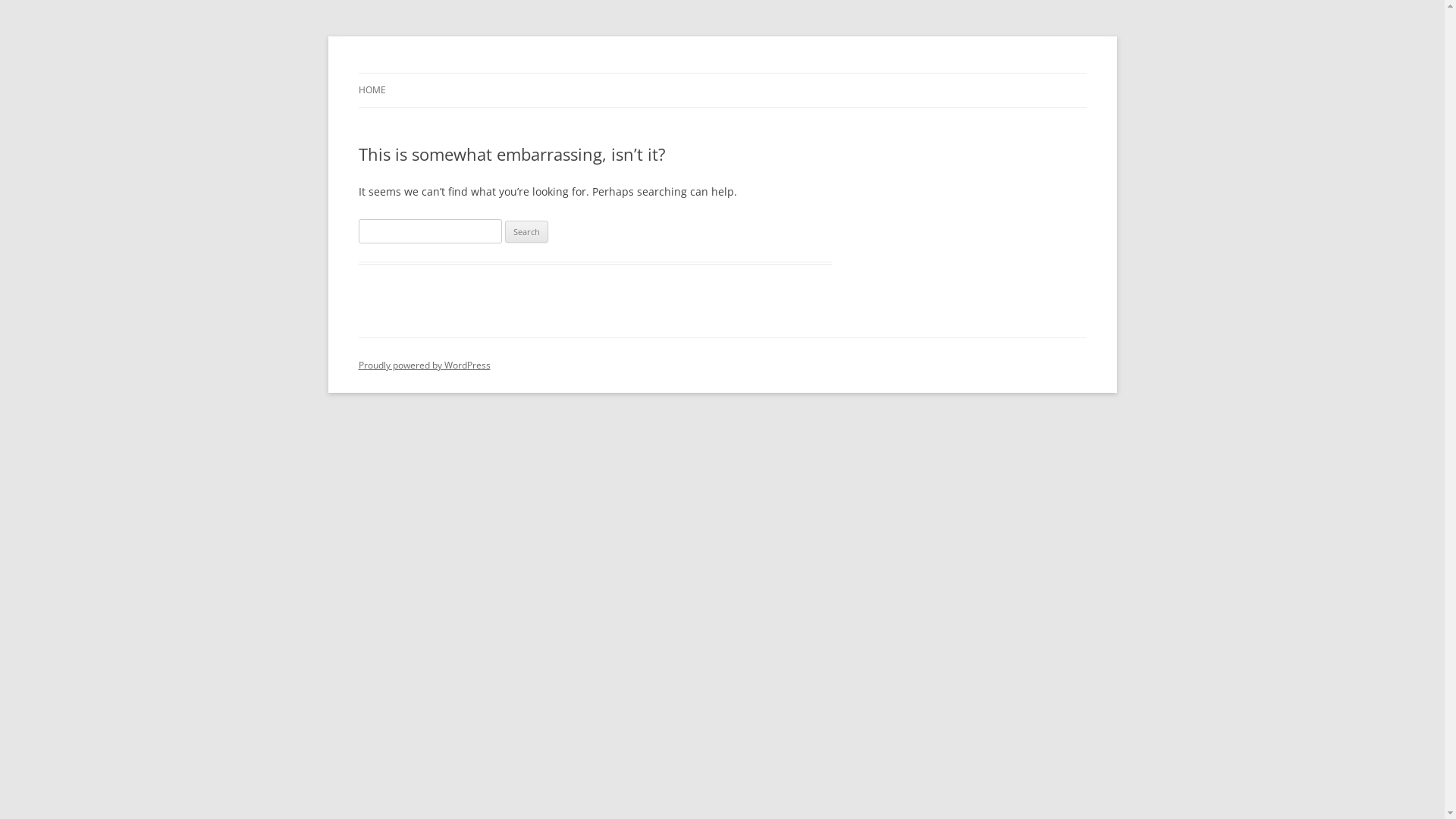 The height and width of the screenshot is (819, 1456). I want to click on 'Proudly powered by WordPress', so click(423, 365).